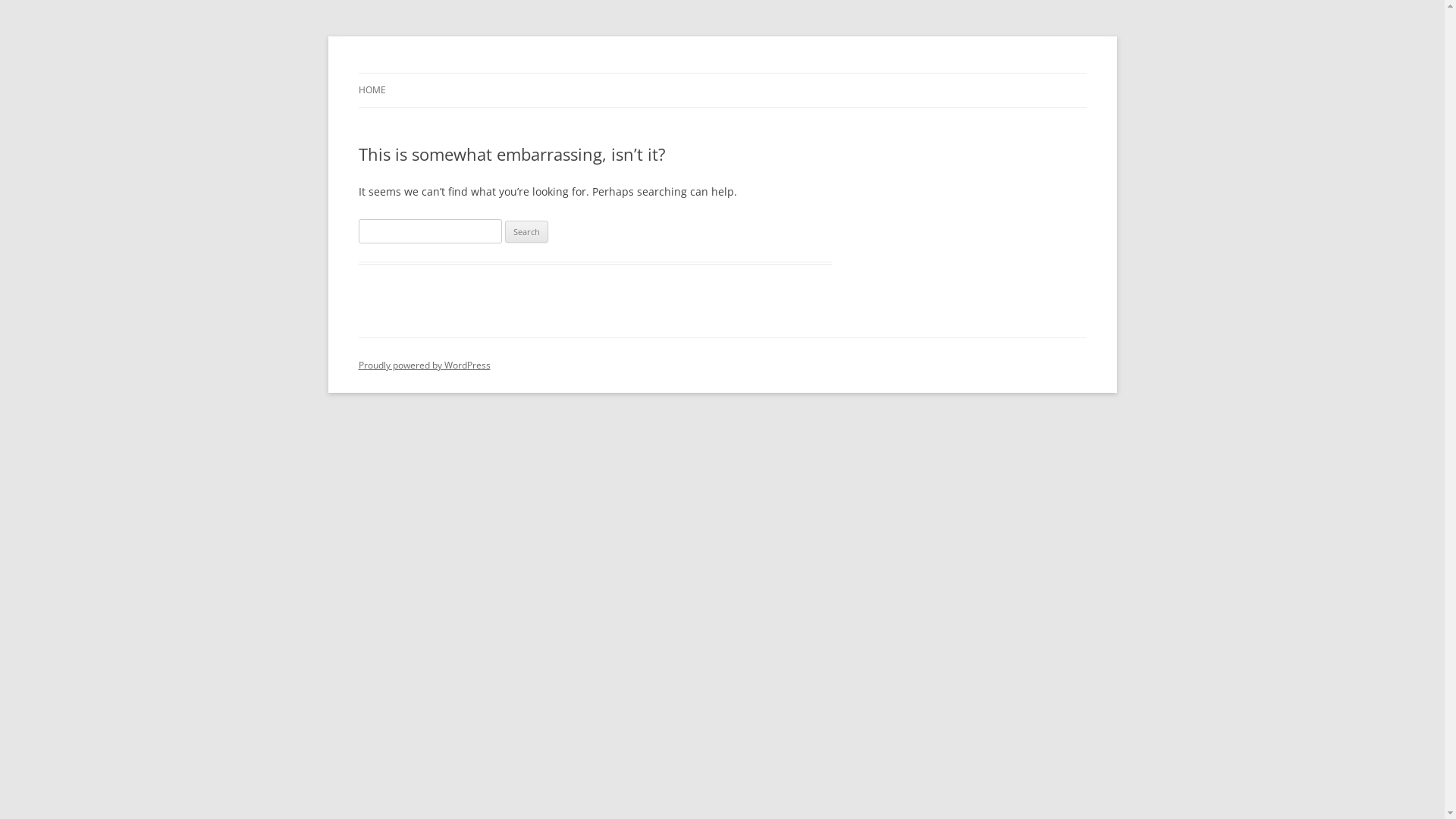 The height and width of the screenshot is (819, 1456). I want to click on 'Proudly powered by WordPress', so click(423, 365).